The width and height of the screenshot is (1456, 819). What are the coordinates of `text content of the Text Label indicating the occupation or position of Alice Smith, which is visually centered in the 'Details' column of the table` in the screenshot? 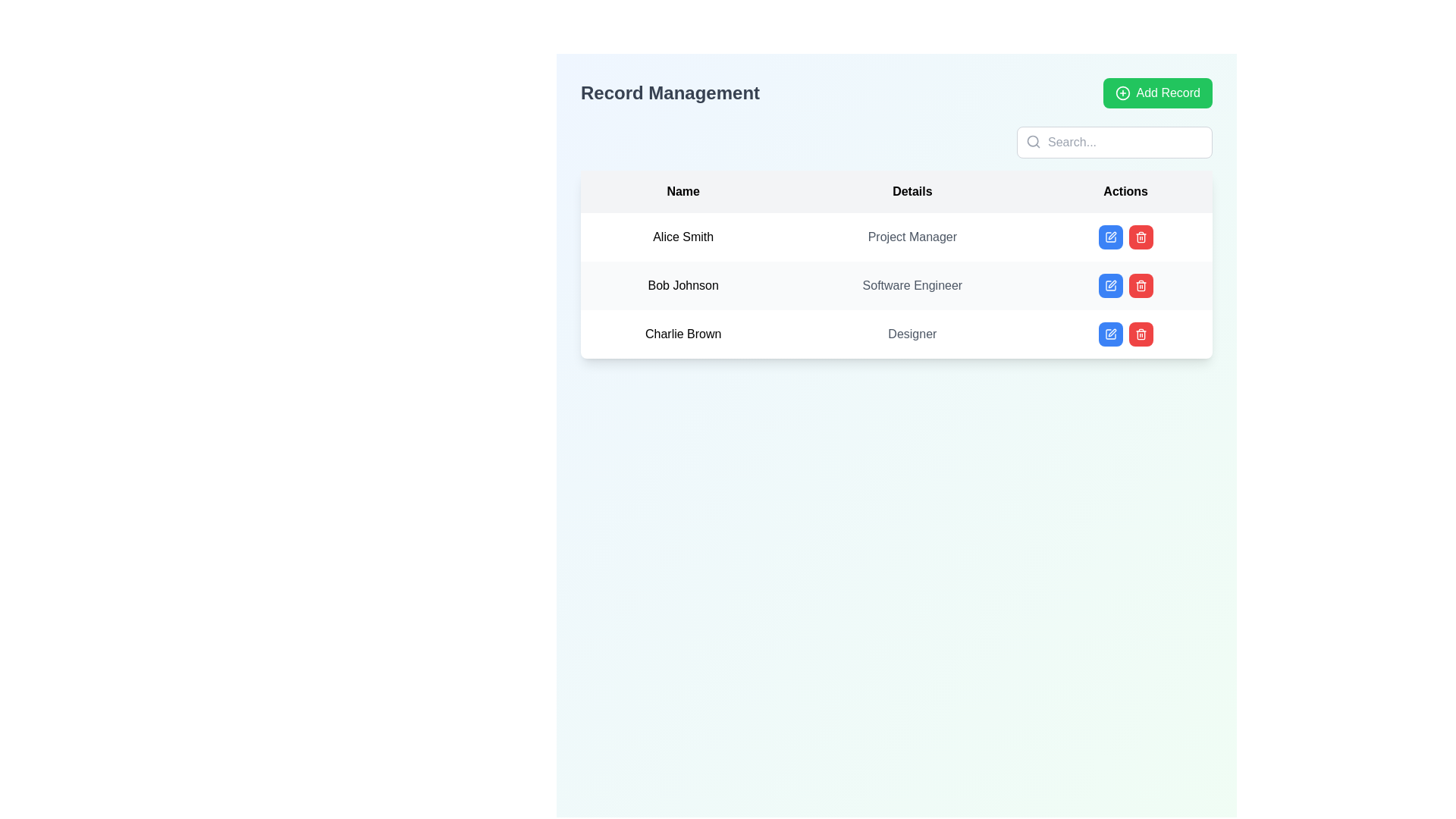 It's located at (912, 237).